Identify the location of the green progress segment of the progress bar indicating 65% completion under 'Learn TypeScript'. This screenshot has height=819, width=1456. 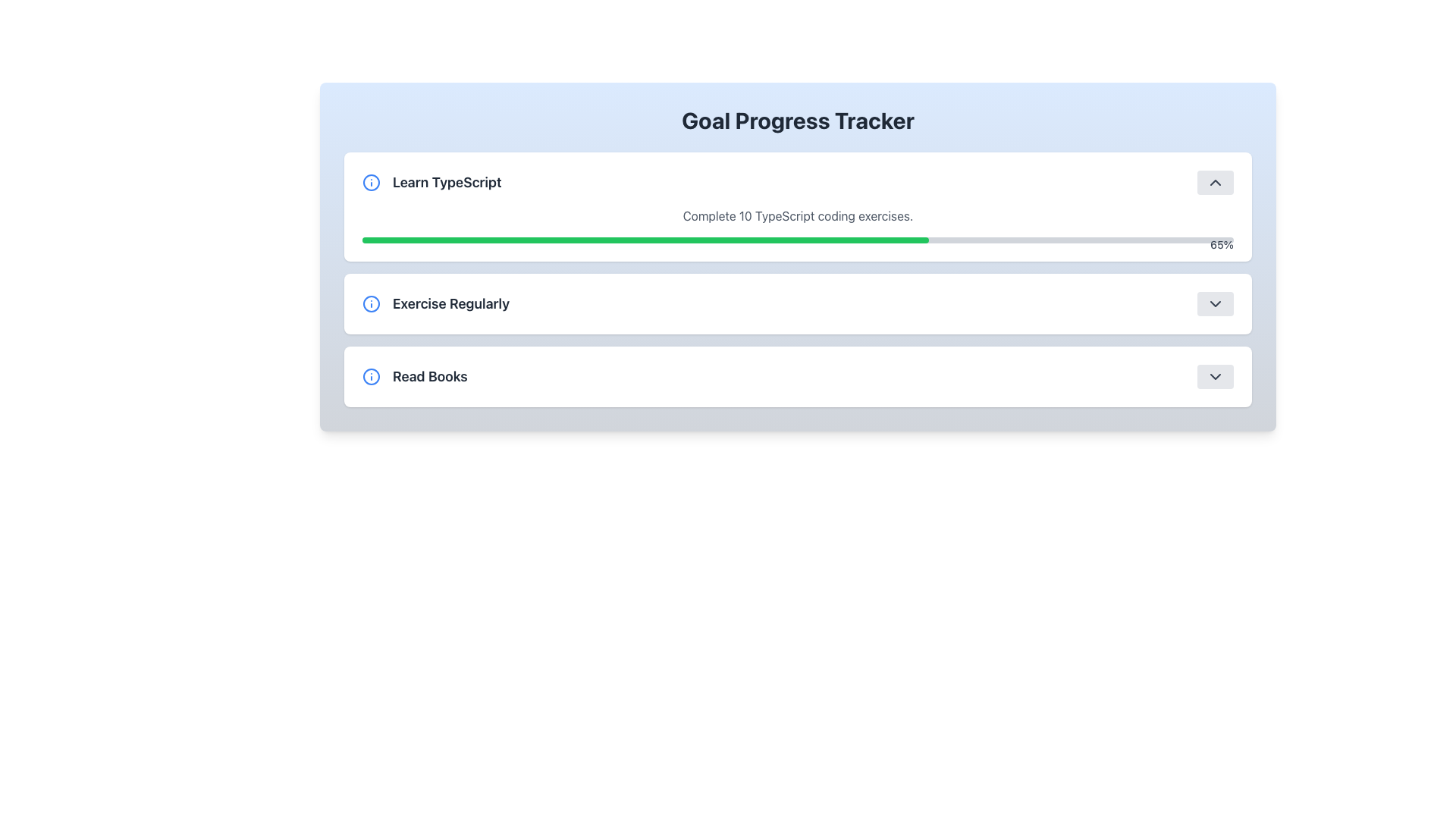
(645, 239).